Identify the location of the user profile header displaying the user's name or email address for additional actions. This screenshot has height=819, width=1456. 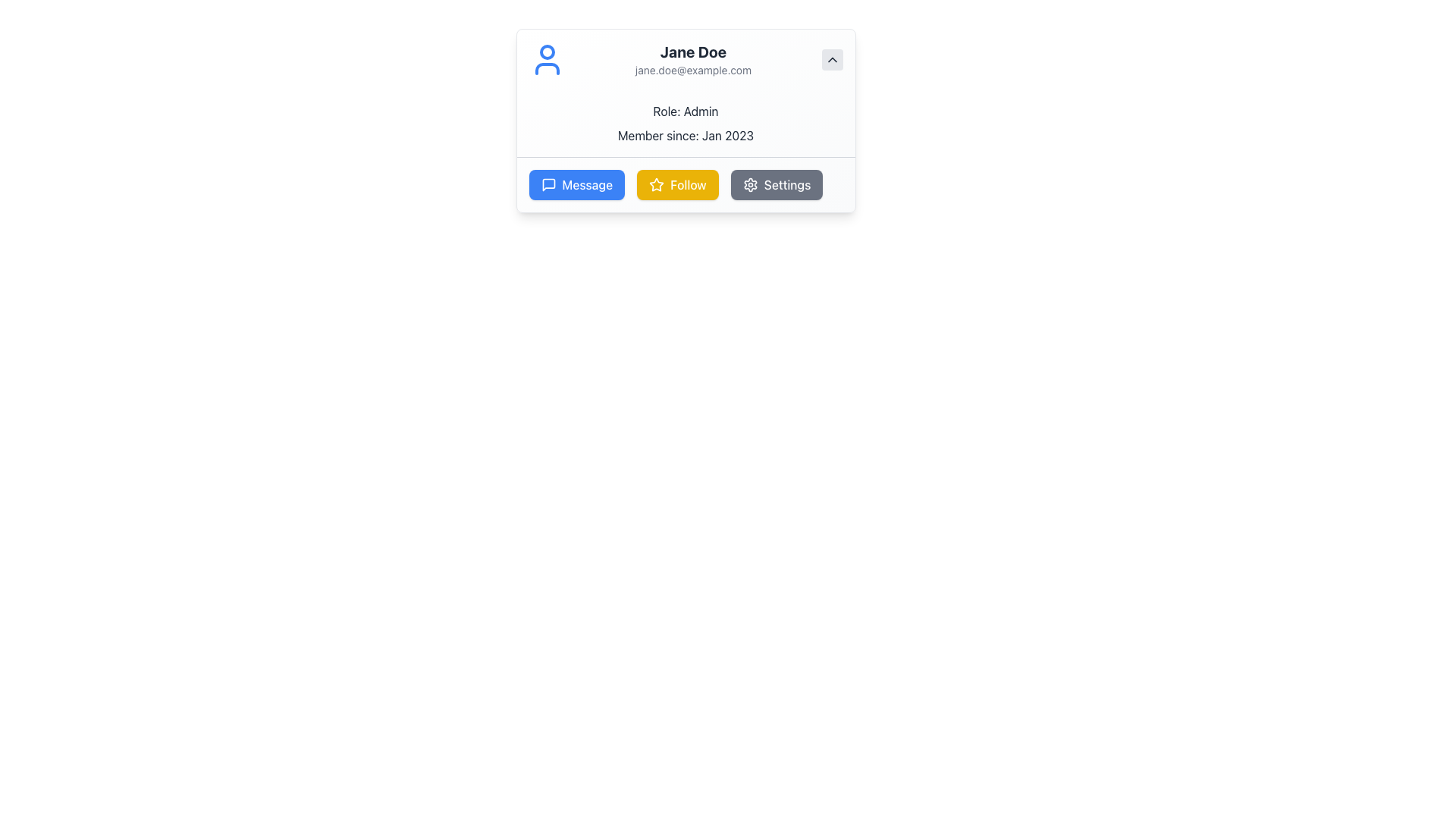
(685, 58).